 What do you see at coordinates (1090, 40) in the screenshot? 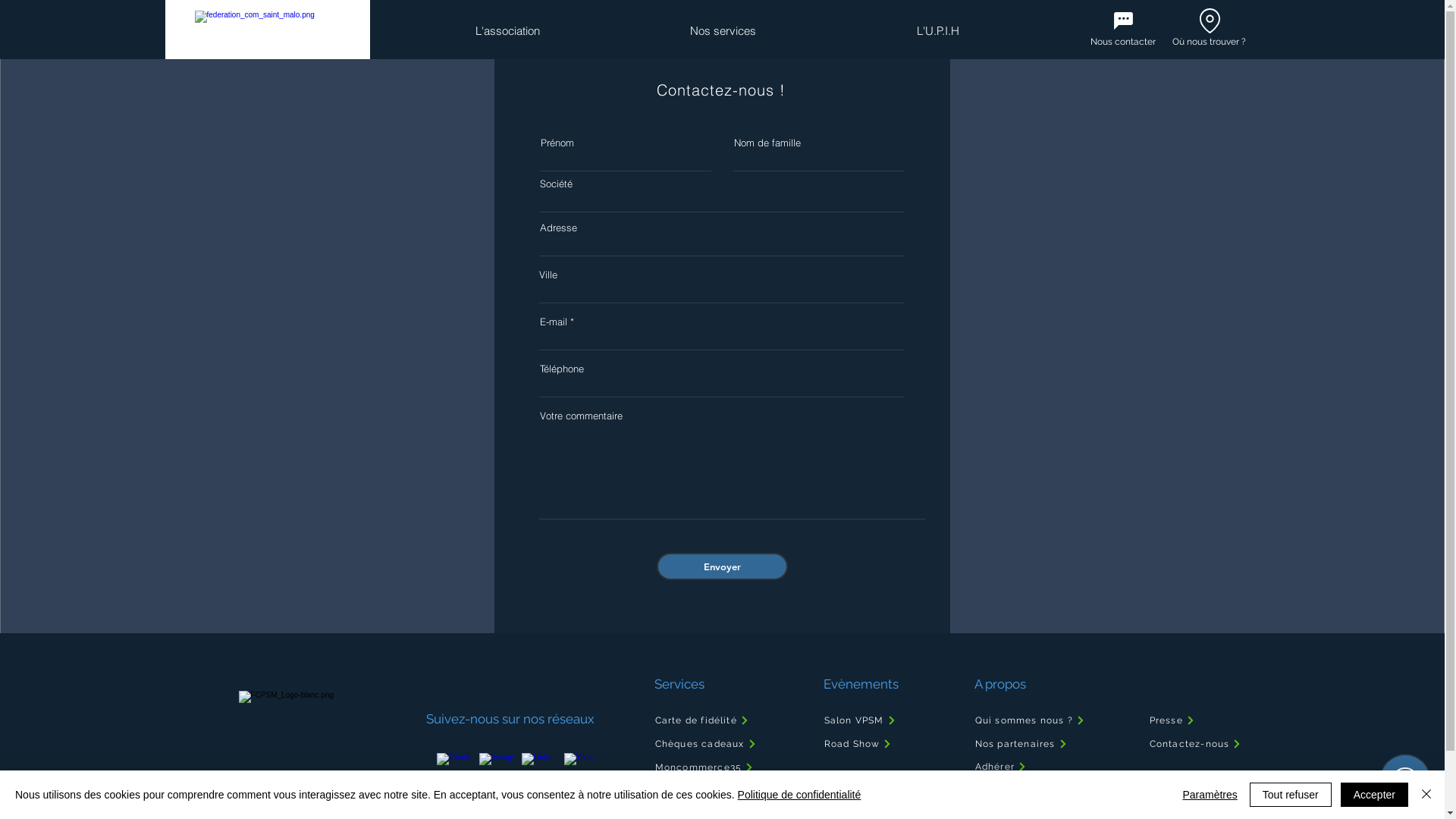
I see `'Nous contacter'` at bounding box center [1090, 40].